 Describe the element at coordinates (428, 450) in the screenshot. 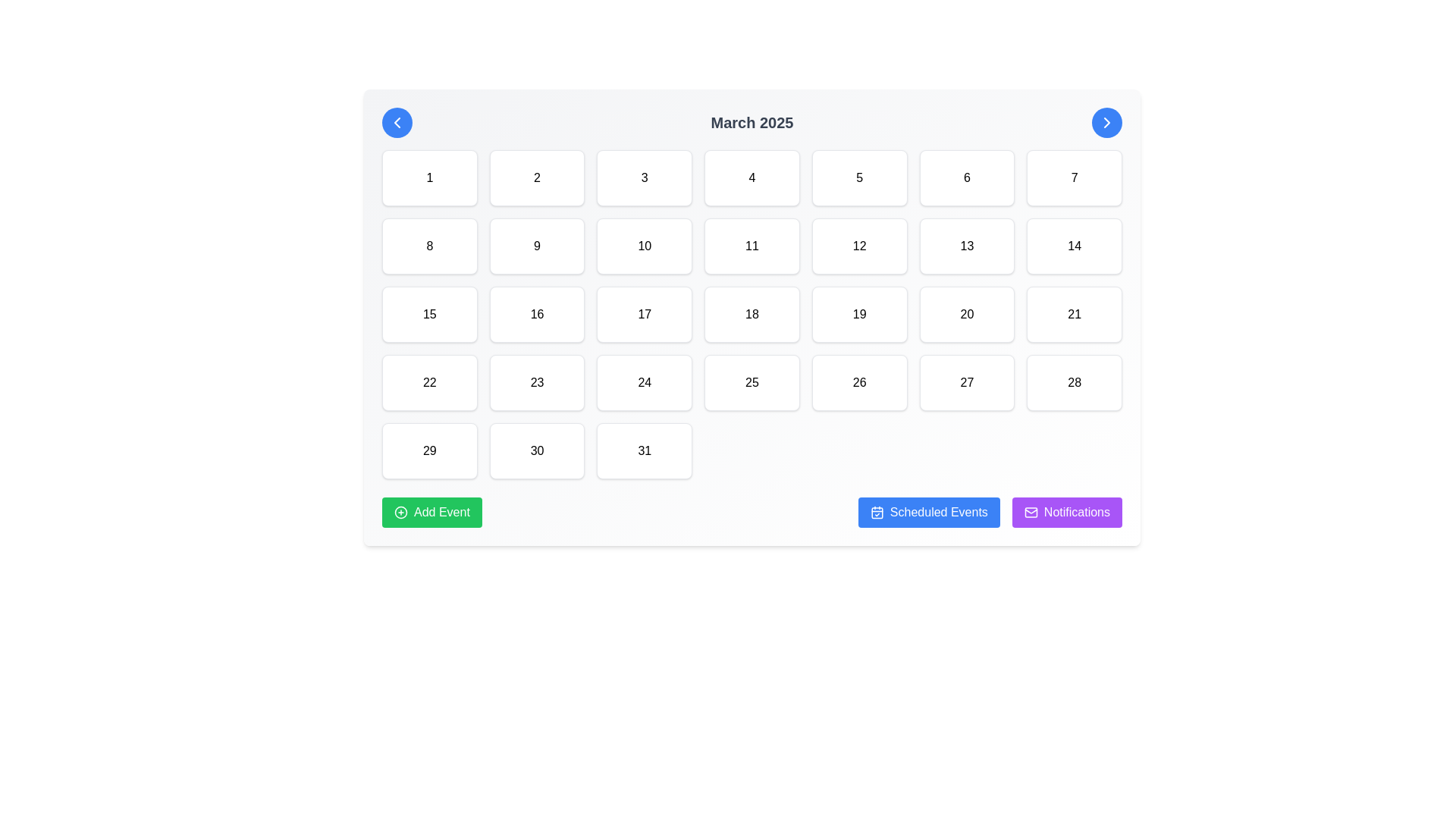

I see `the text label displaying the number '29' in the last row of the calendar grid for March 2025, positioned second from the left` at that location.